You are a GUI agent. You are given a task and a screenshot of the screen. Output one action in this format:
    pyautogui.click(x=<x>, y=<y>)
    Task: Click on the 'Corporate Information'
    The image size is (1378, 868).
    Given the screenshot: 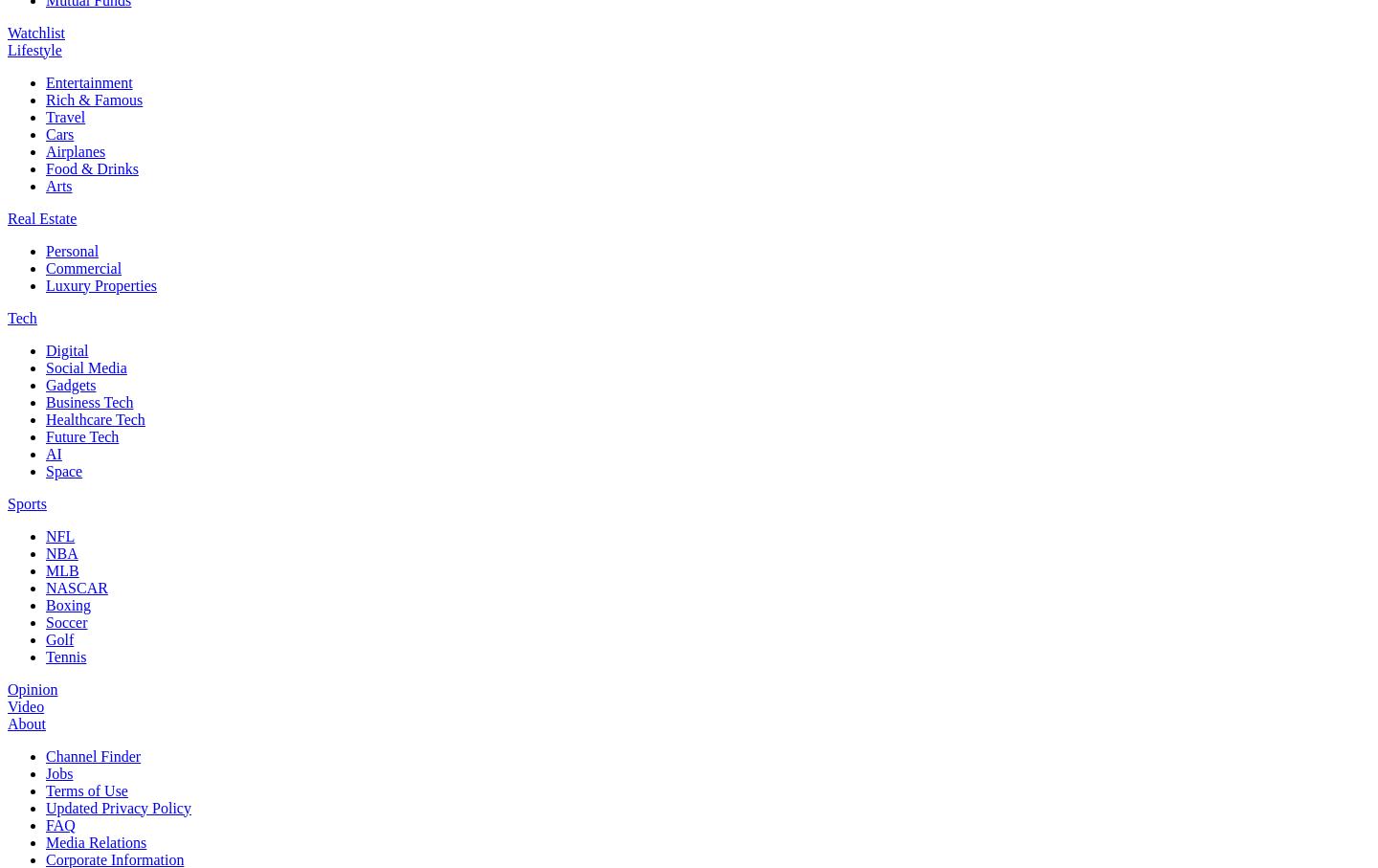 What is the action you would take?
    pyautogui.click(x=114, y=858)
    